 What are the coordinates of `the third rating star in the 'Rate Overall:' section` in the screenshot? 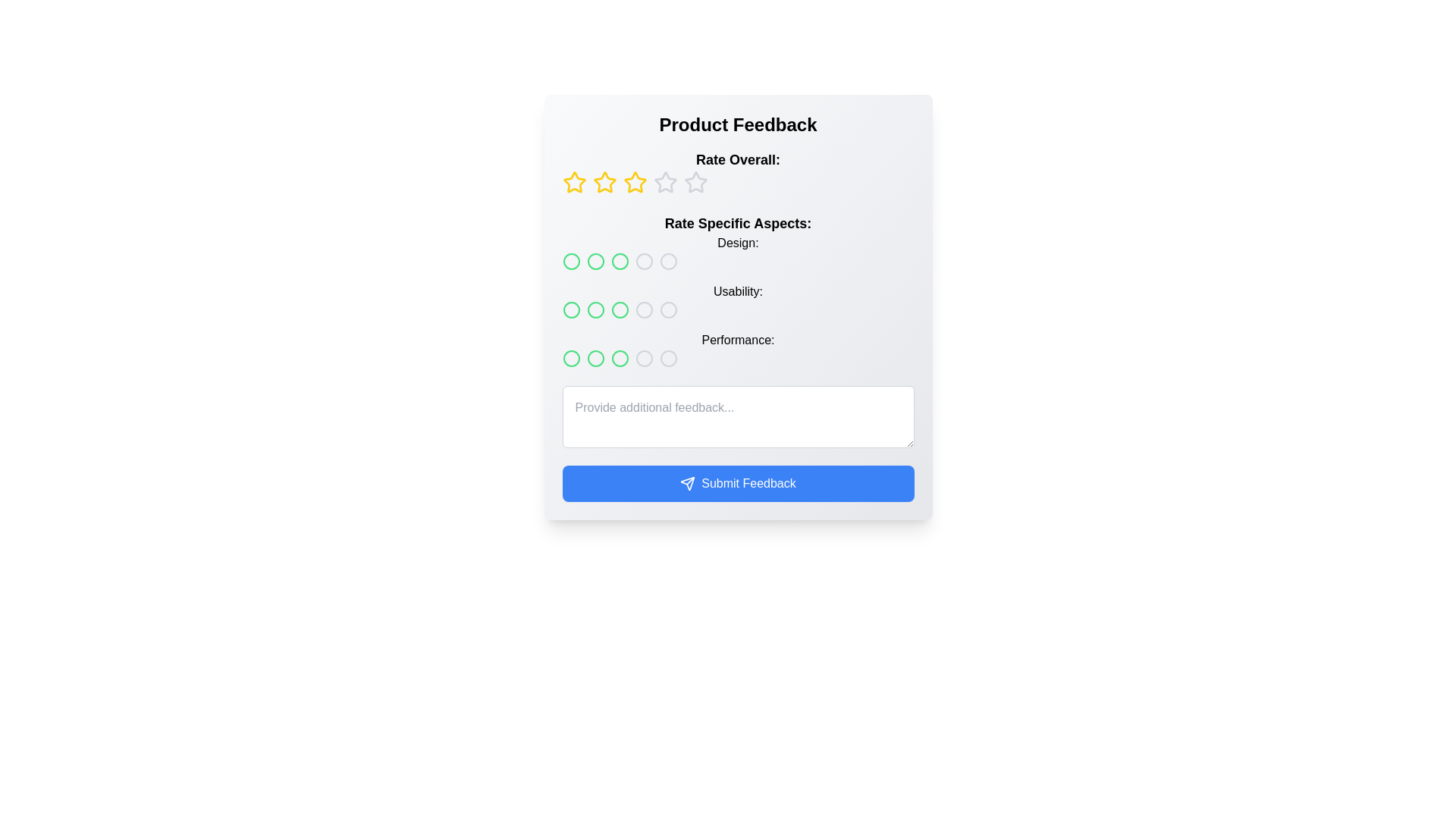 It's located at (738, 181).